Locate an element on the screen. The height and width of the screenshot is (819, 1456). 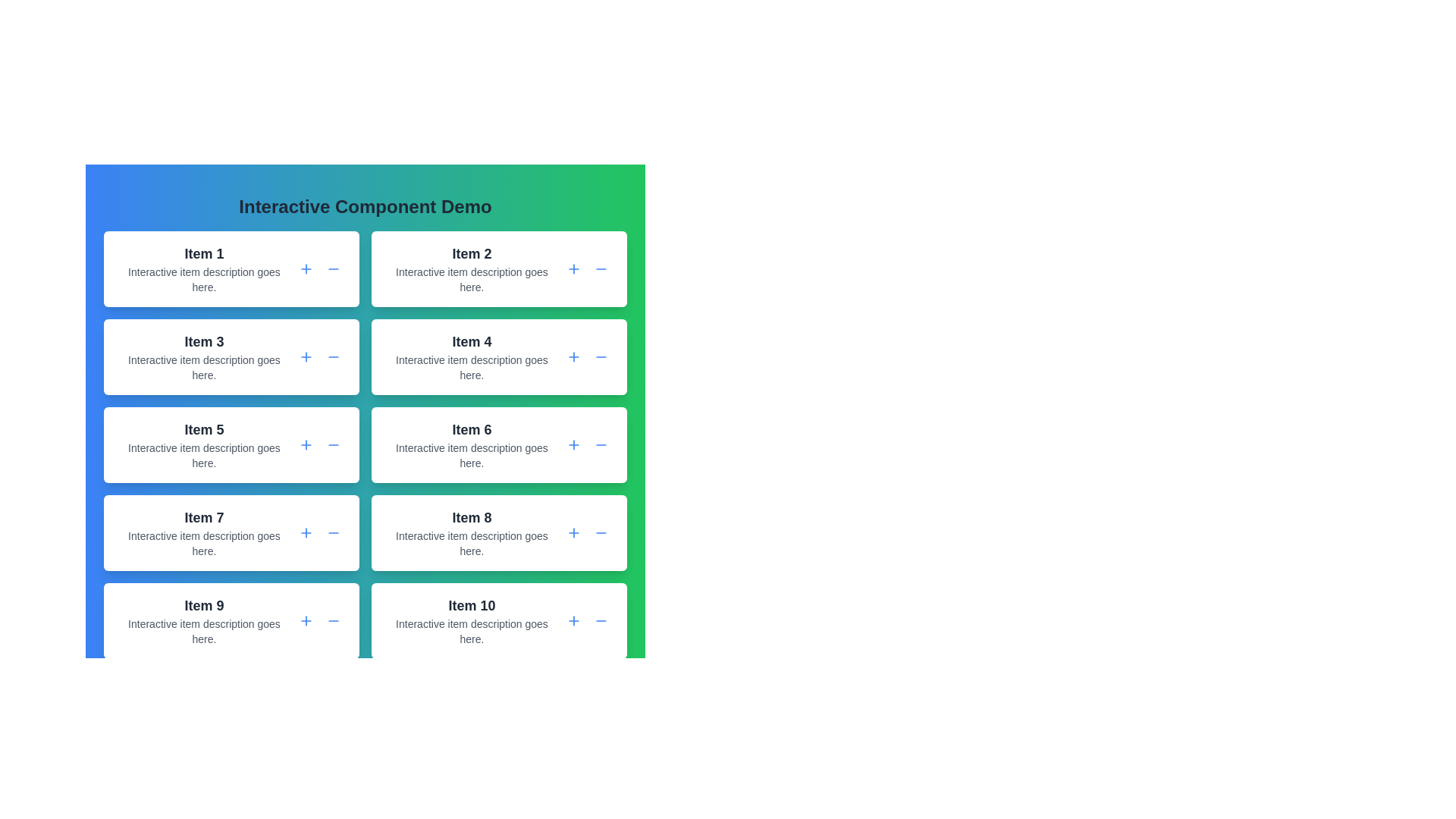
the SVG icon resembling a cross or plus-sign, which is located next to the '-' icon for 'Item 8' is located at coordinates (573, 532).